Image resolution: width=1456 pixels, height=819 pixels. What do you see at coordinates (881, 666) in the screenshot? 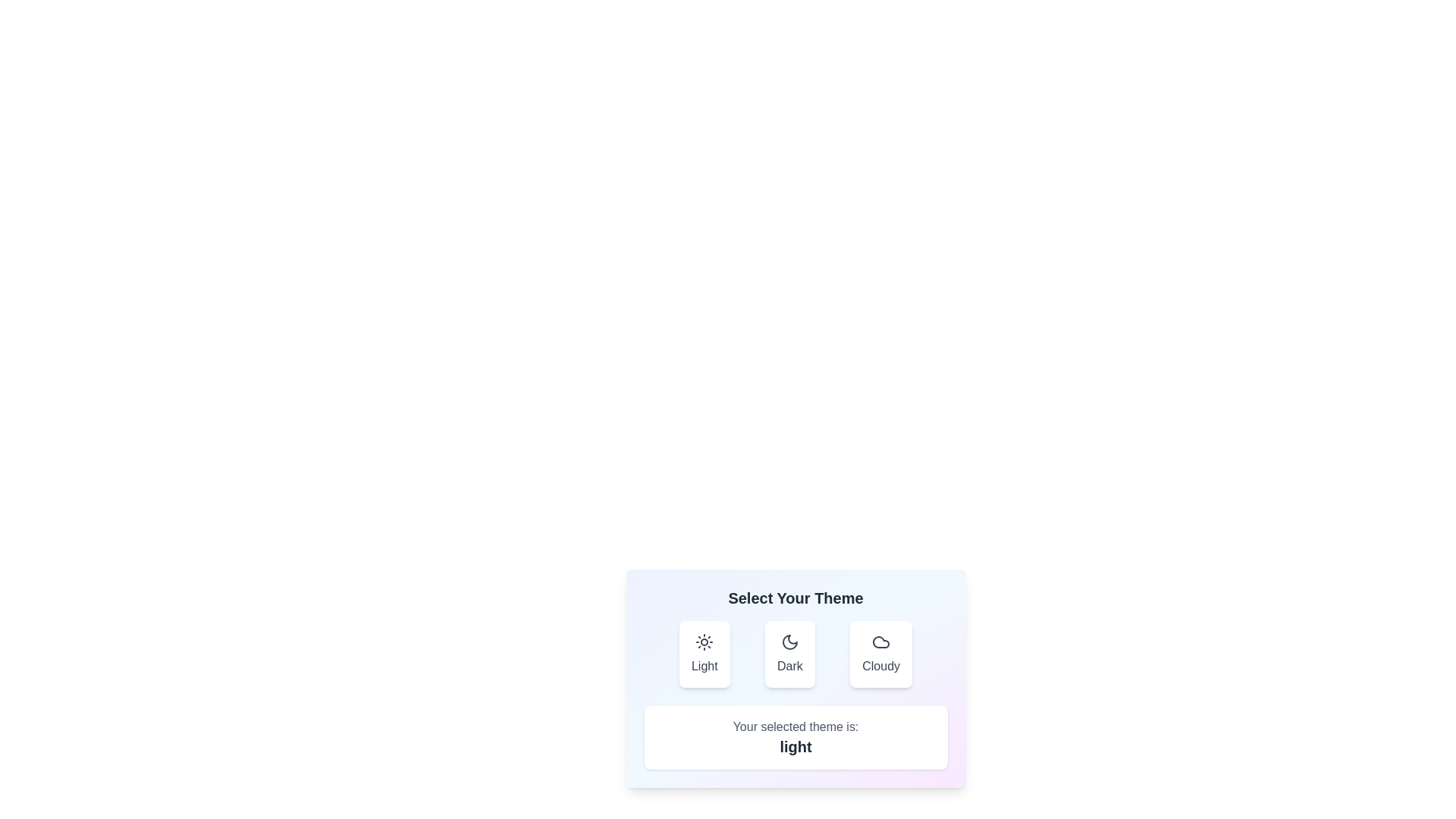
I see `the text label displaying 'Cloudy', which is in medium font weight and gray color, located below a cloud icon in a vertically stacked group` at bounding box center [881, 666].